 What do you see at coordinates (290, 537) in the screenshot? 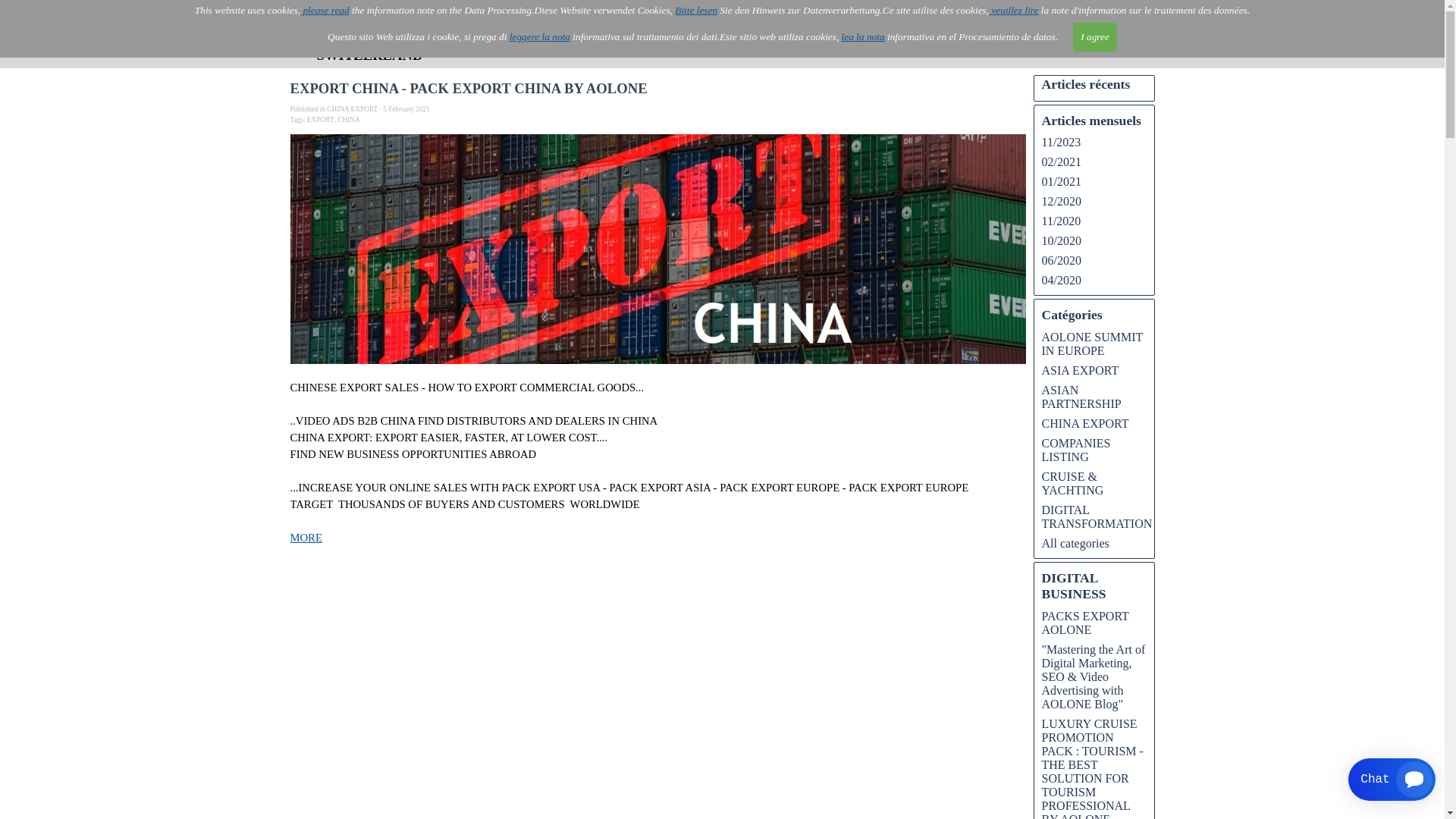
I see `'MORE'` at bounding box center [290, 537].